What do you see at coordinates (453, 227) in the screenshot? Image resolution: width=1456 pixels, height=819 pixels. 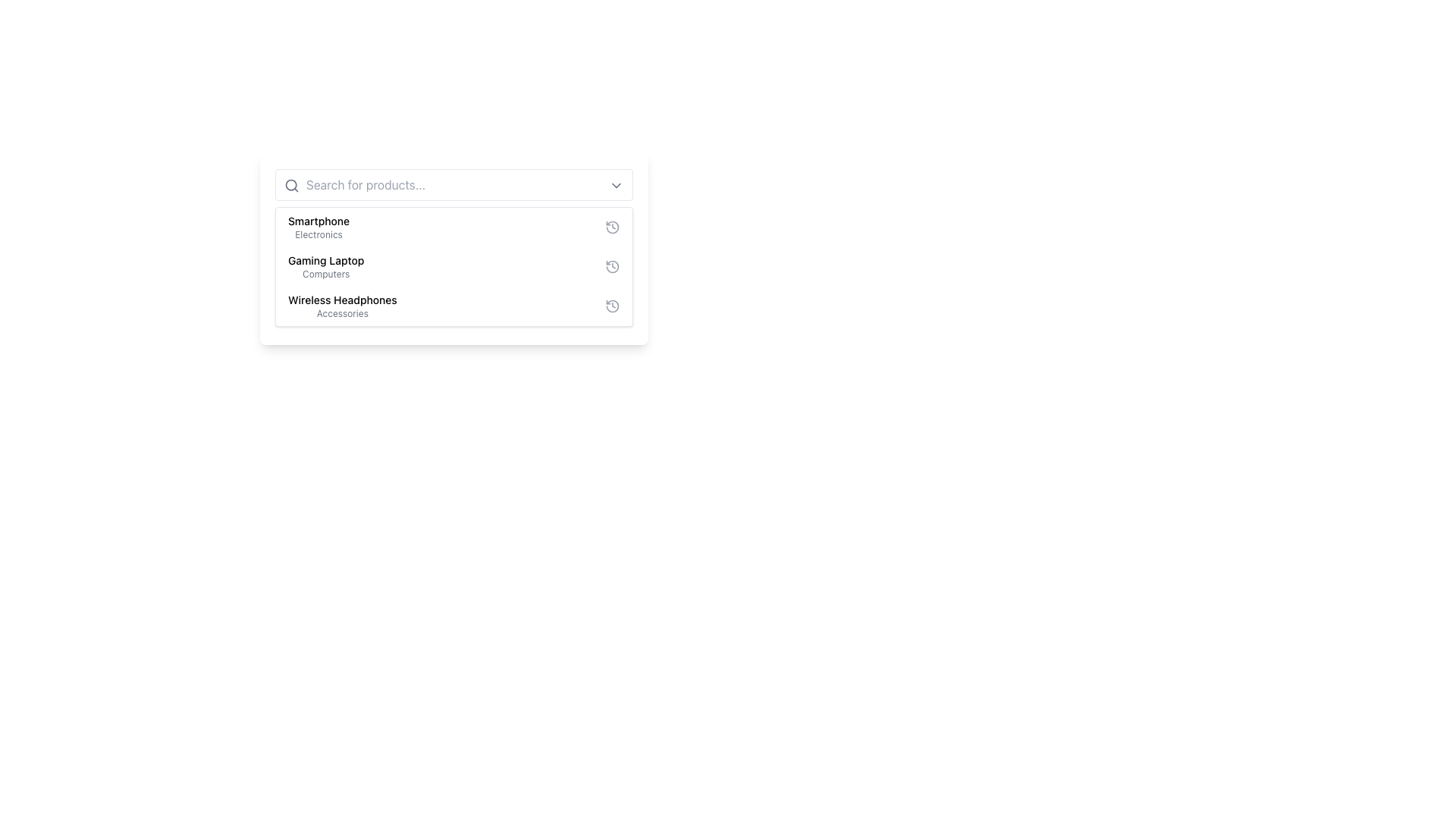 I see `the first item in the selectable list representing a smartphone category, located in a white box with rounded corners, above 'Gaming Laptop - Computers'` at bounding box center [453, 227].